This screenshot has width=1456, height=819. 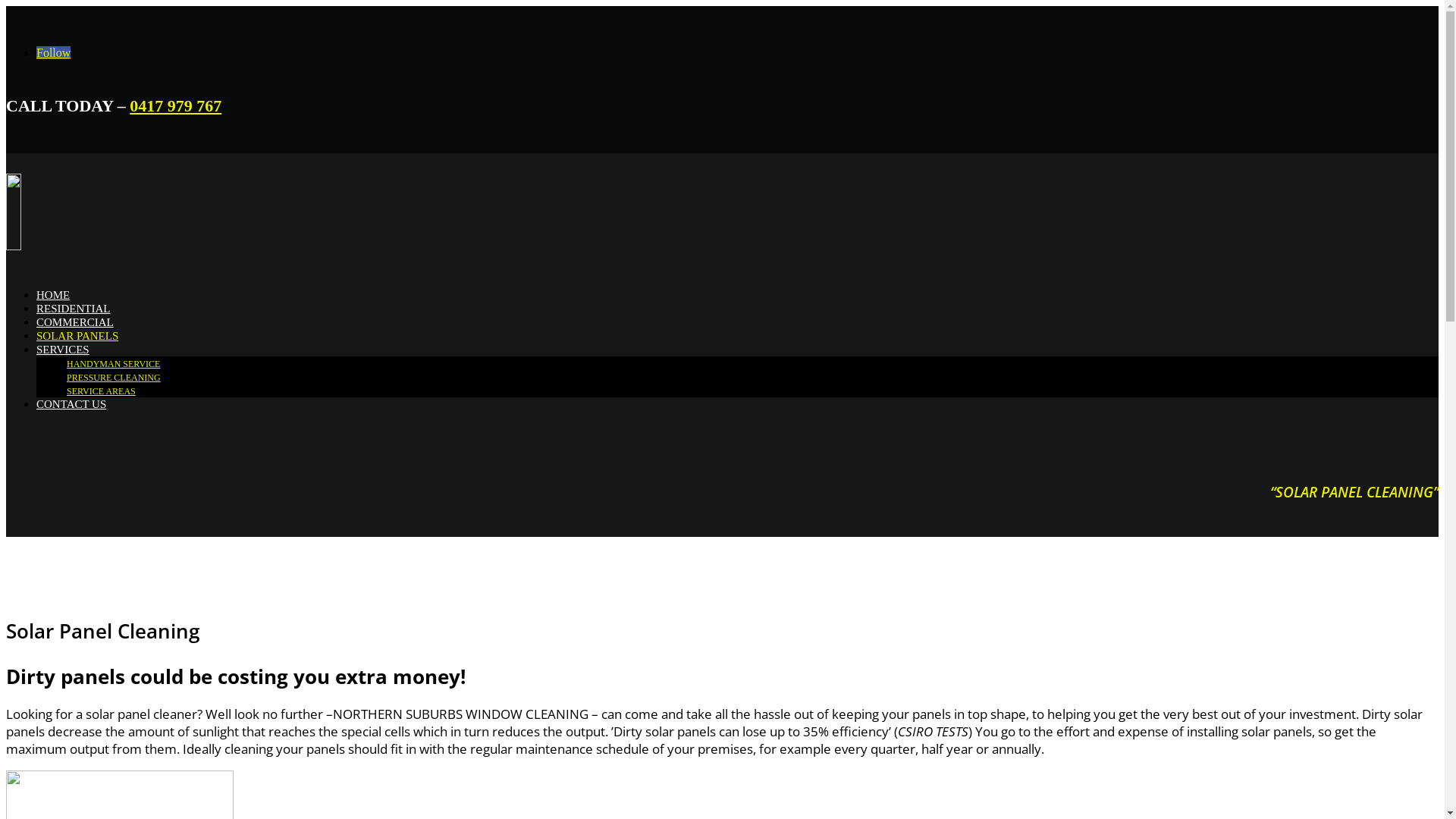 What do you see at coordinates (72, 308) in the screenshot?
I see `'RESIDENTIAL'` at bounding box center [72, 308].